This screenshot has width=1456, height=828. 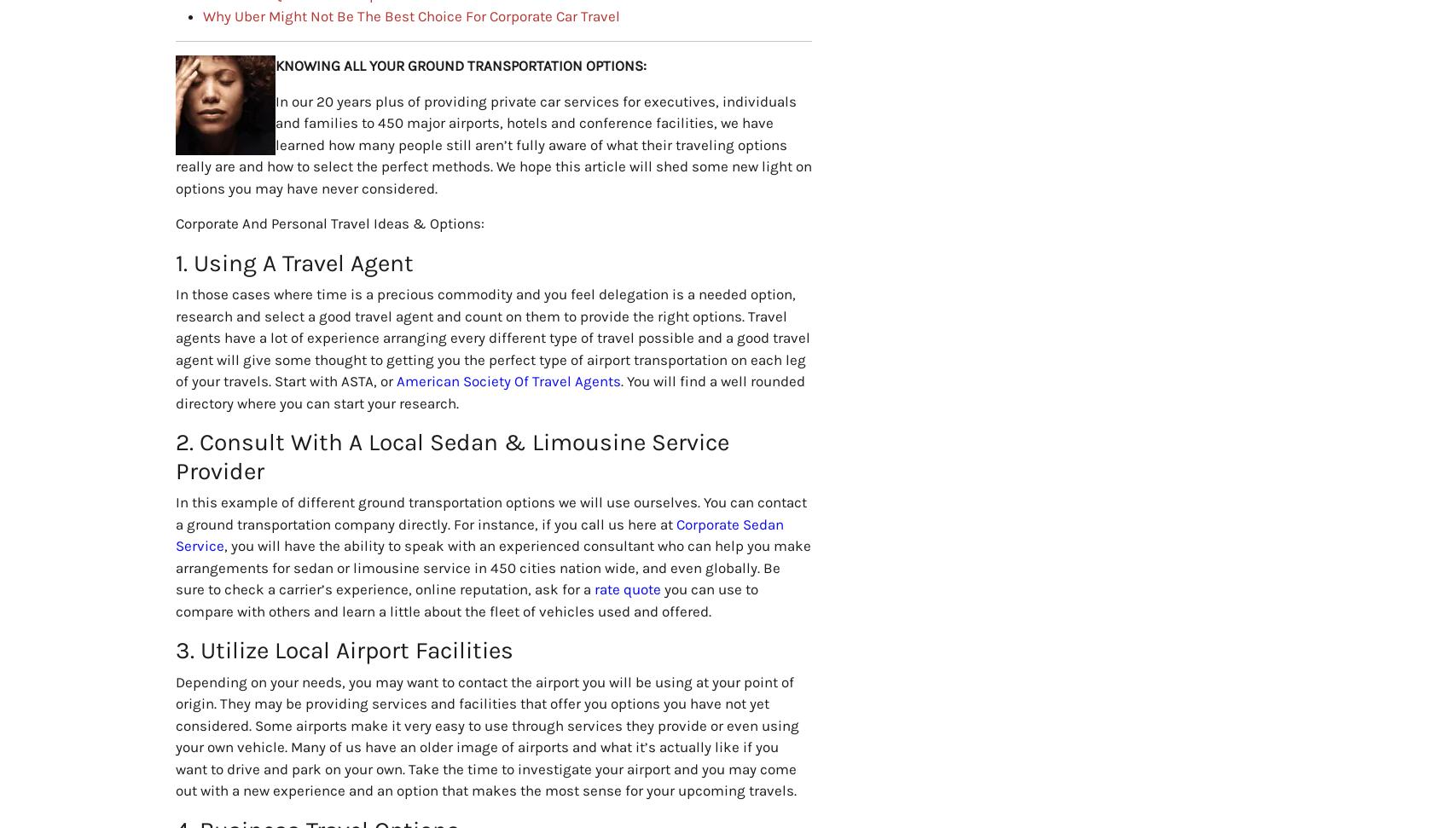 I want to click on 'Web App', so click(x=484, y=628).